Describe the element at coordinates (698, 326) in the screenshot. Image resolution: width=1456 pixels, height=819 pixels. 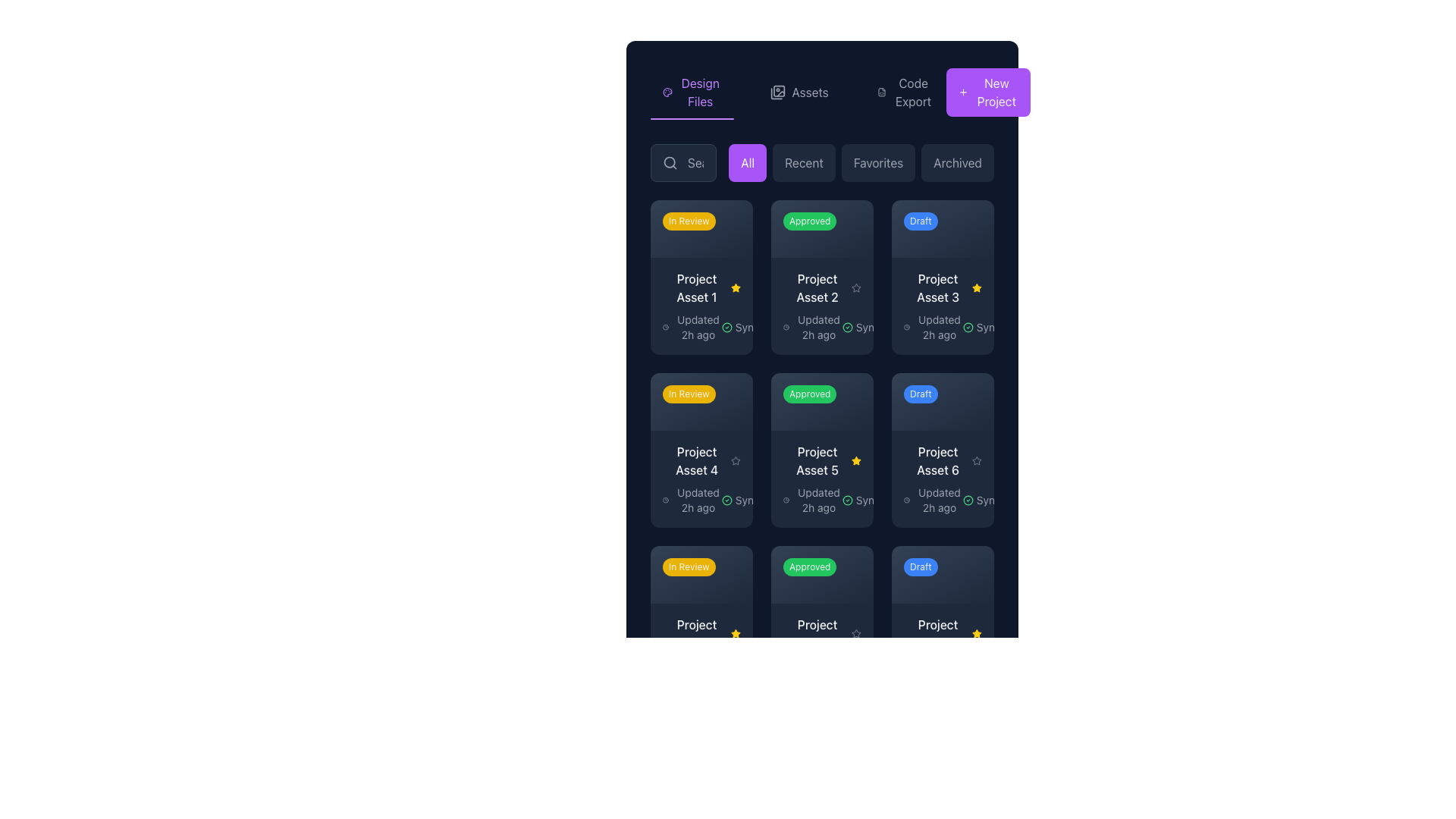
I see `information displayed in the text label that shows 'Updated' on the first line and '2h ago' on the second line, located beneath the first project card in the first column of a grid layout` at that location.